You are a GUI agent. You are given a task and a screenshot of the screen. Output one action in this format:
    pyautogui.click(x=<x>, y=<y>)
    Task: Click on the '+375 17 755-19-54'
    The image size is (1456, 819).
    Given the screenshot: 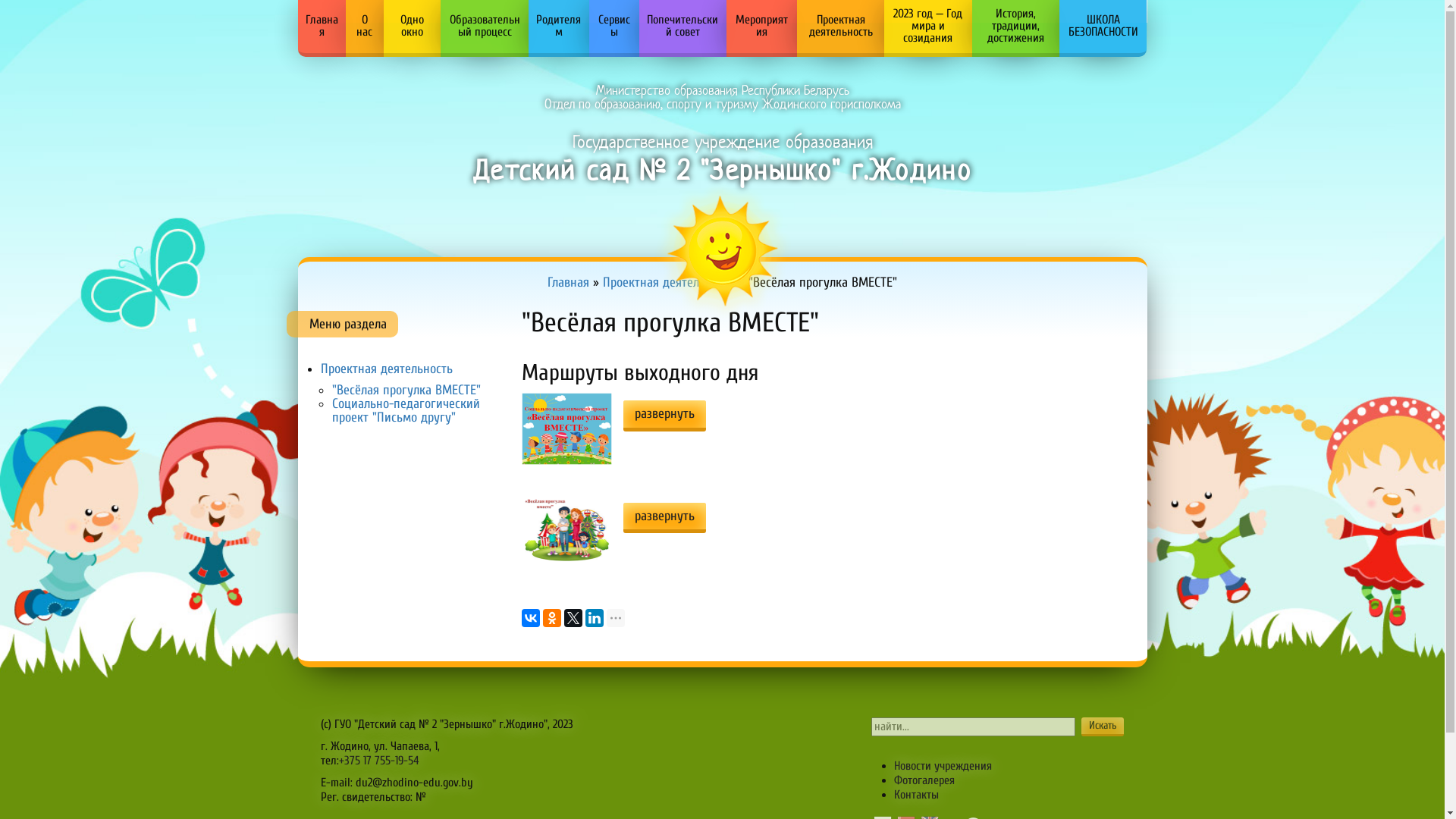 What is the action you would take?
    pyautogui.click(x=337, y=760)
    